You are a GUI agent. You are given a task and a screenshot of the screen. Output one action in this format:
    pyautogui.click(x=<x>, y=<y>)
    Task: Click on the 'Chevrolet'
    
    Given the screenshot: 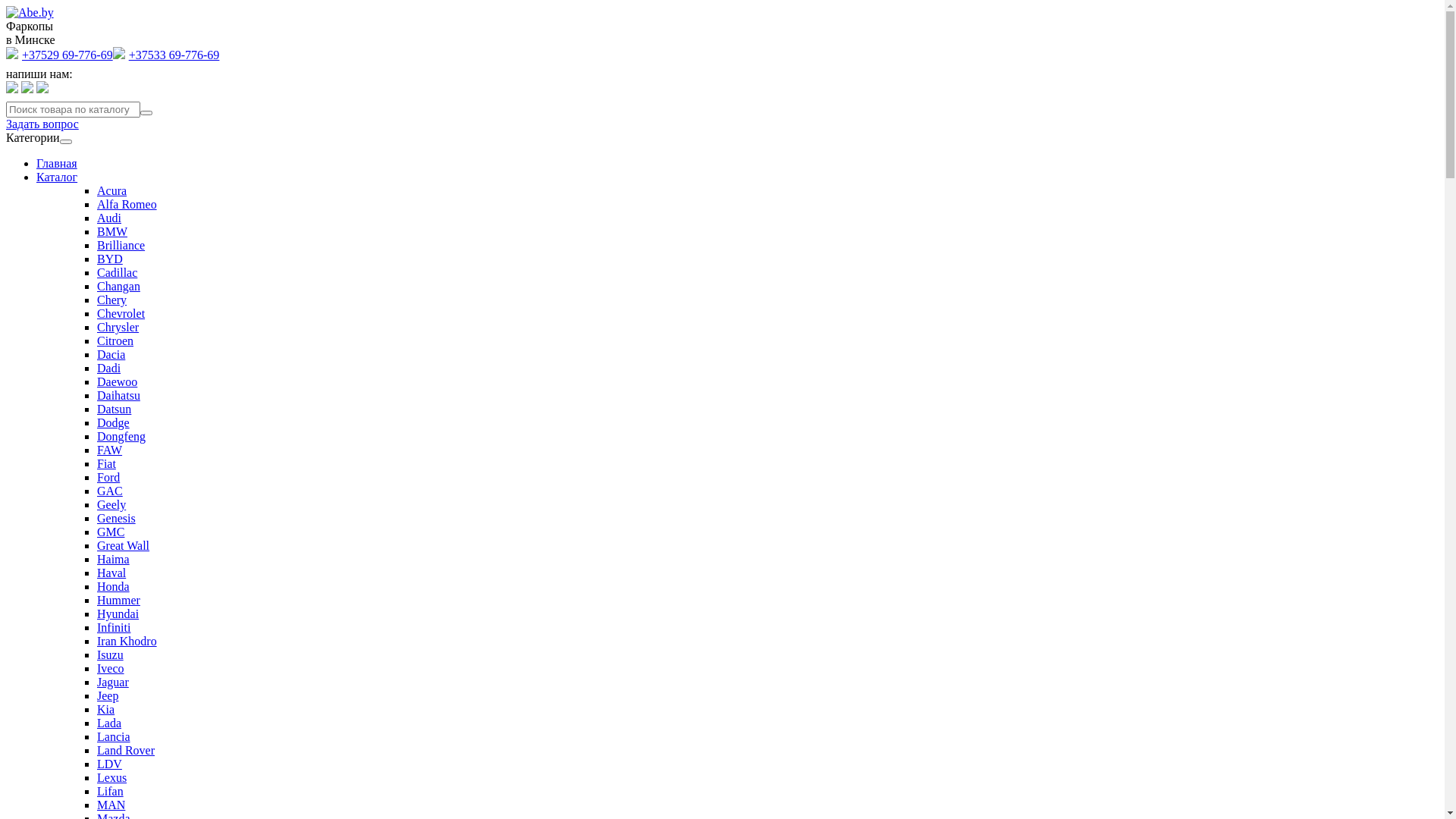 What is the action you would take?
    pyautogui.click(x=120, y=312)
    